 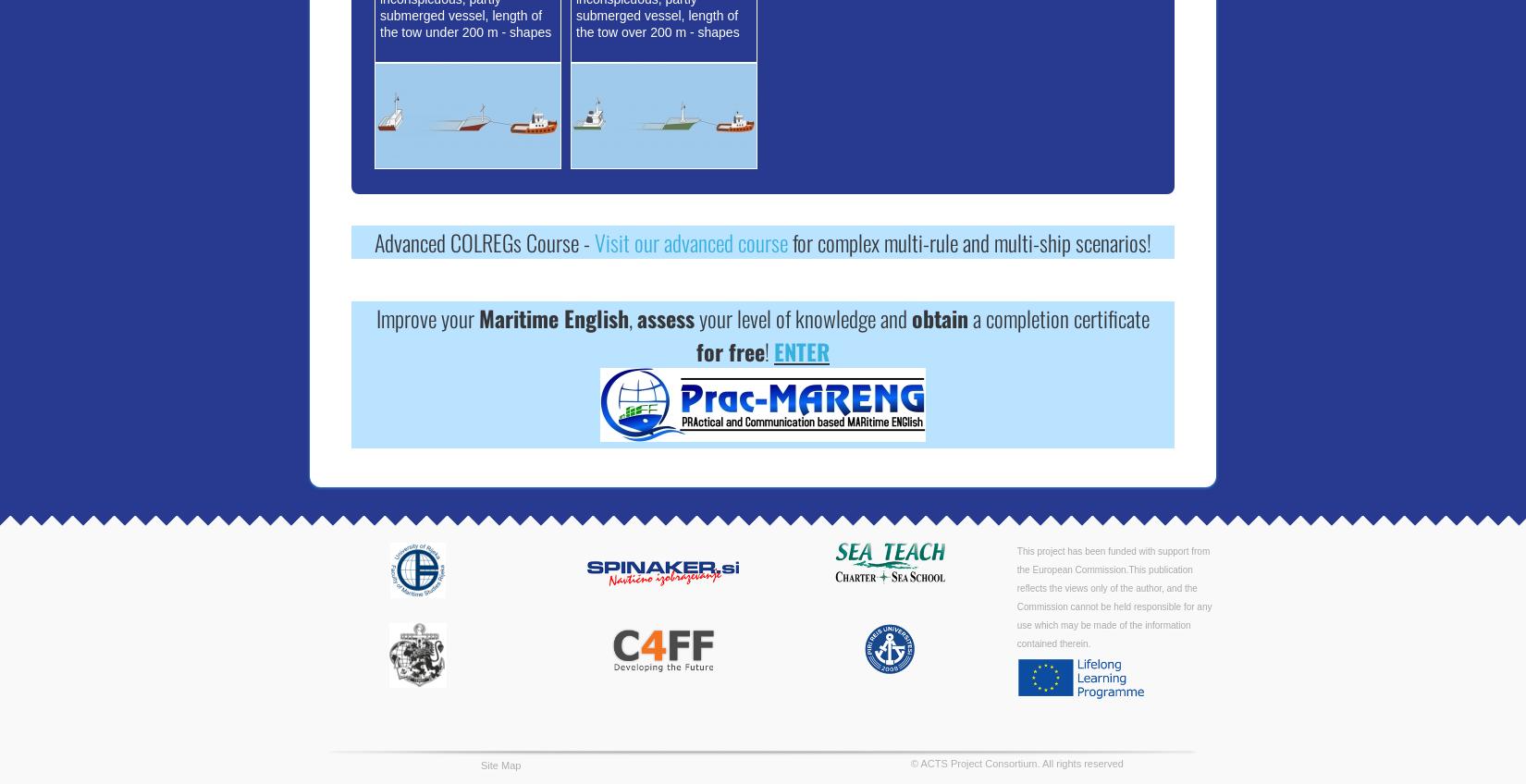 I want to click on 'Visit our advanced course', so click(x=690, y=241).